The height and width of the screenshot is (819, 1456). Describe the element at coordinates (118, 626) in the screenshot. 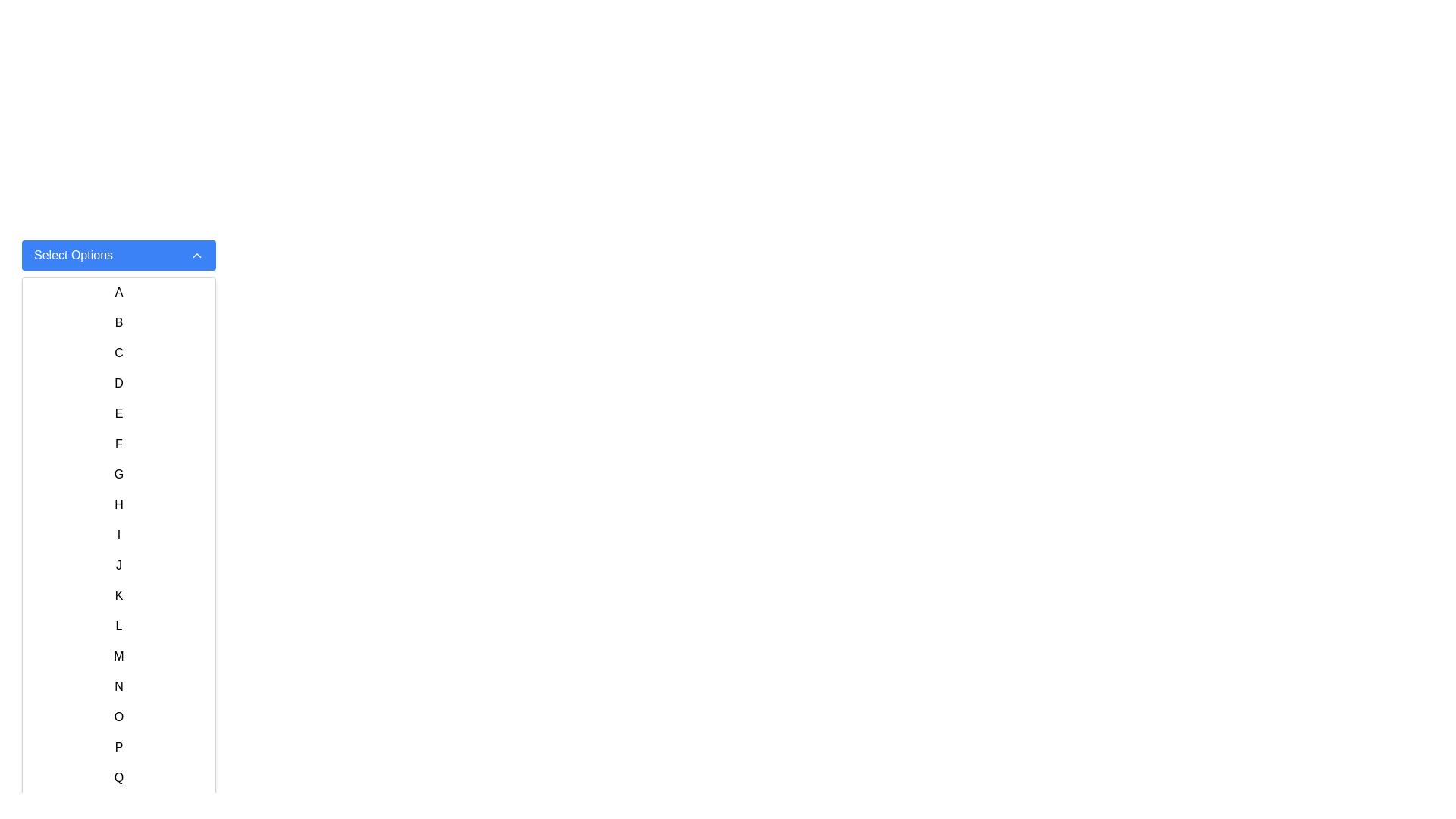

I see `the text item displaying the capital letter 'L' in the selectable list` at that location.